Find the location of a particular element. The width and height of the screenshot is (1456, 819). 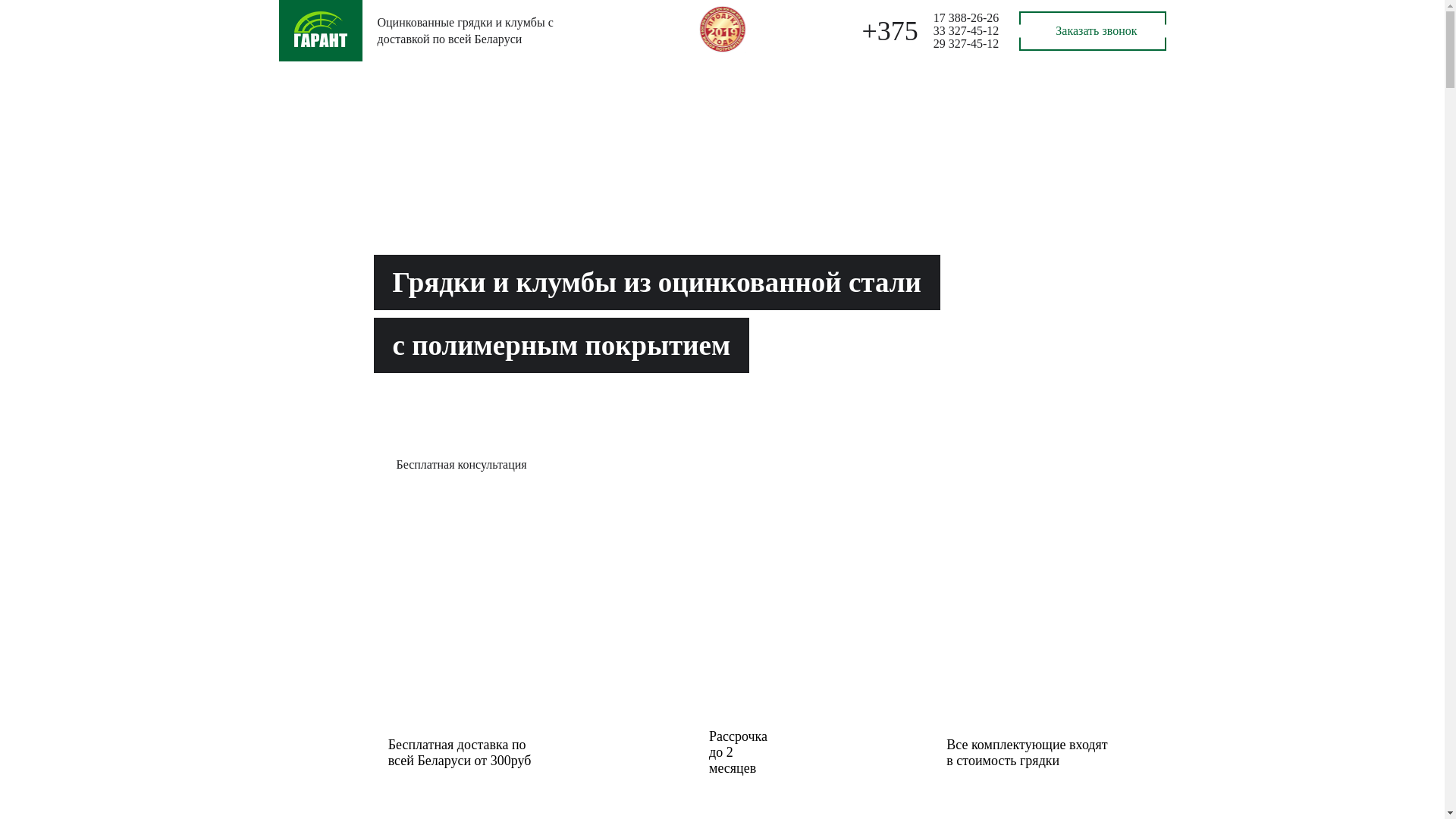

'29 327-45-12' is located at coordinates (965, 42).